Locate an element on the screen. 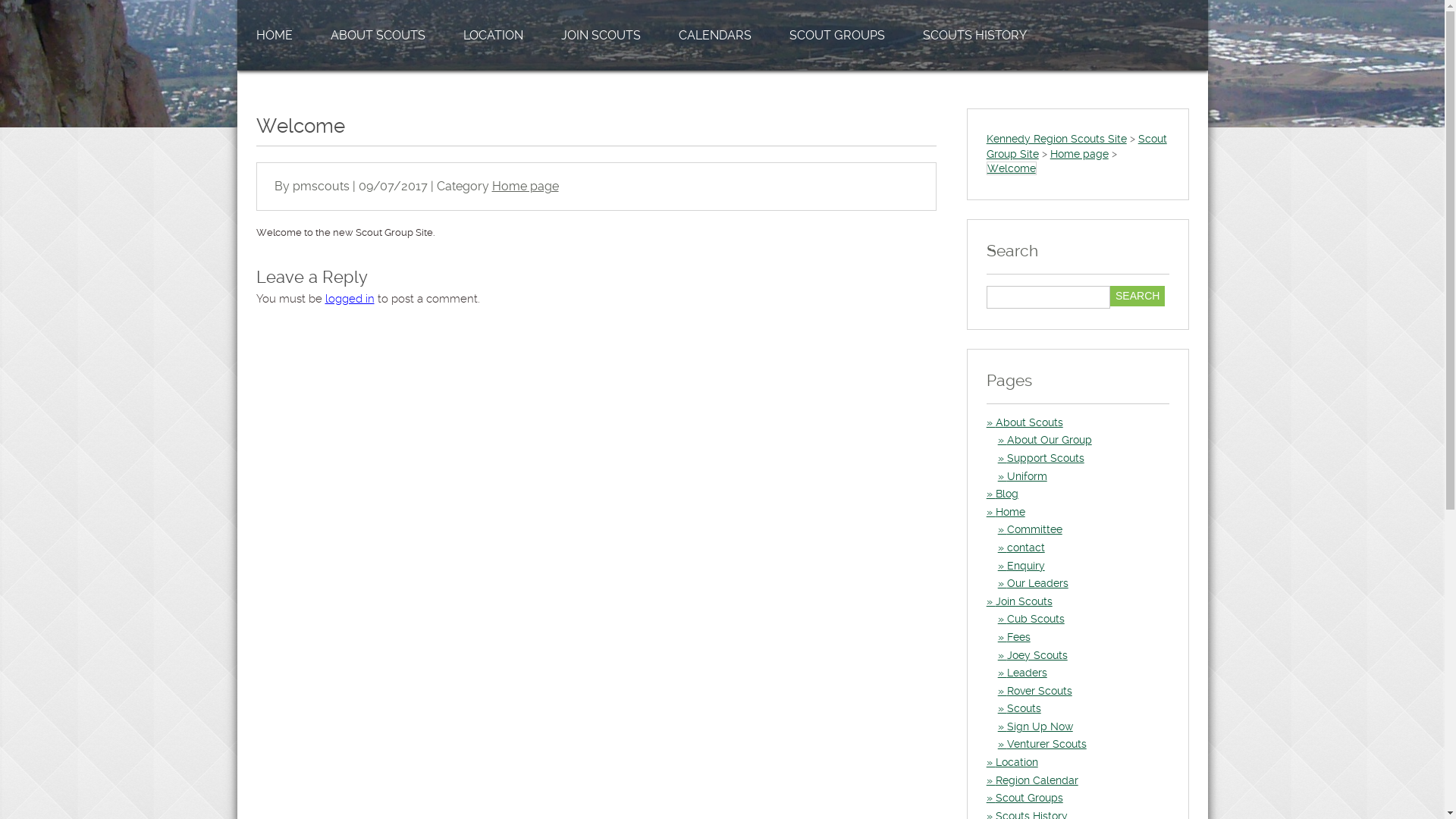 This screenshot has height=819, width=1456. 'LOCATION' is located at coordinates (443, 34).